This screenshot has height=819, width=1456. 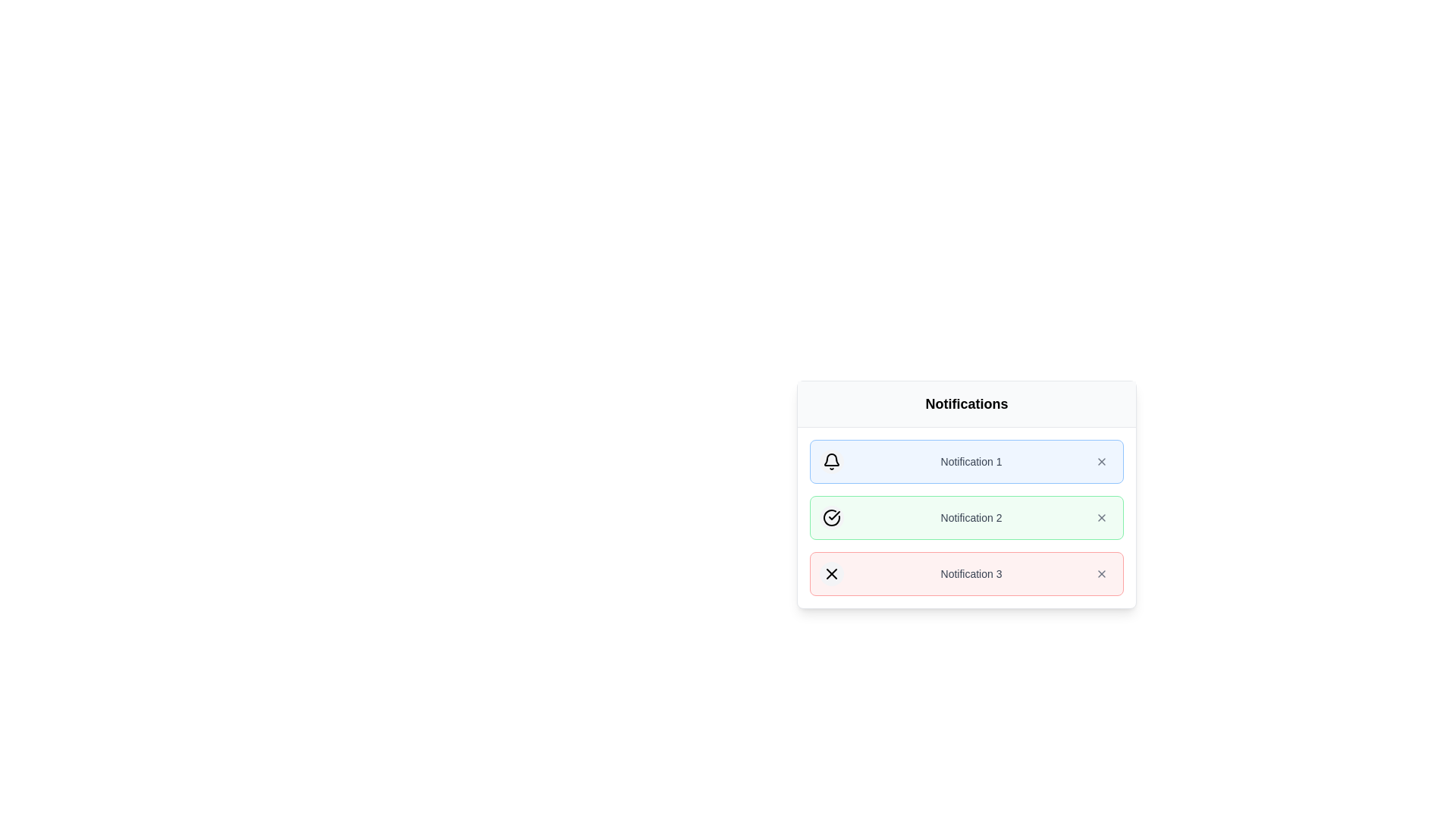 I want to click on the notification panel located near the center of the interface, directly below the 'Notifications' header, which displays a list of three notifications with their respective icons, so click(x=966, y=516).